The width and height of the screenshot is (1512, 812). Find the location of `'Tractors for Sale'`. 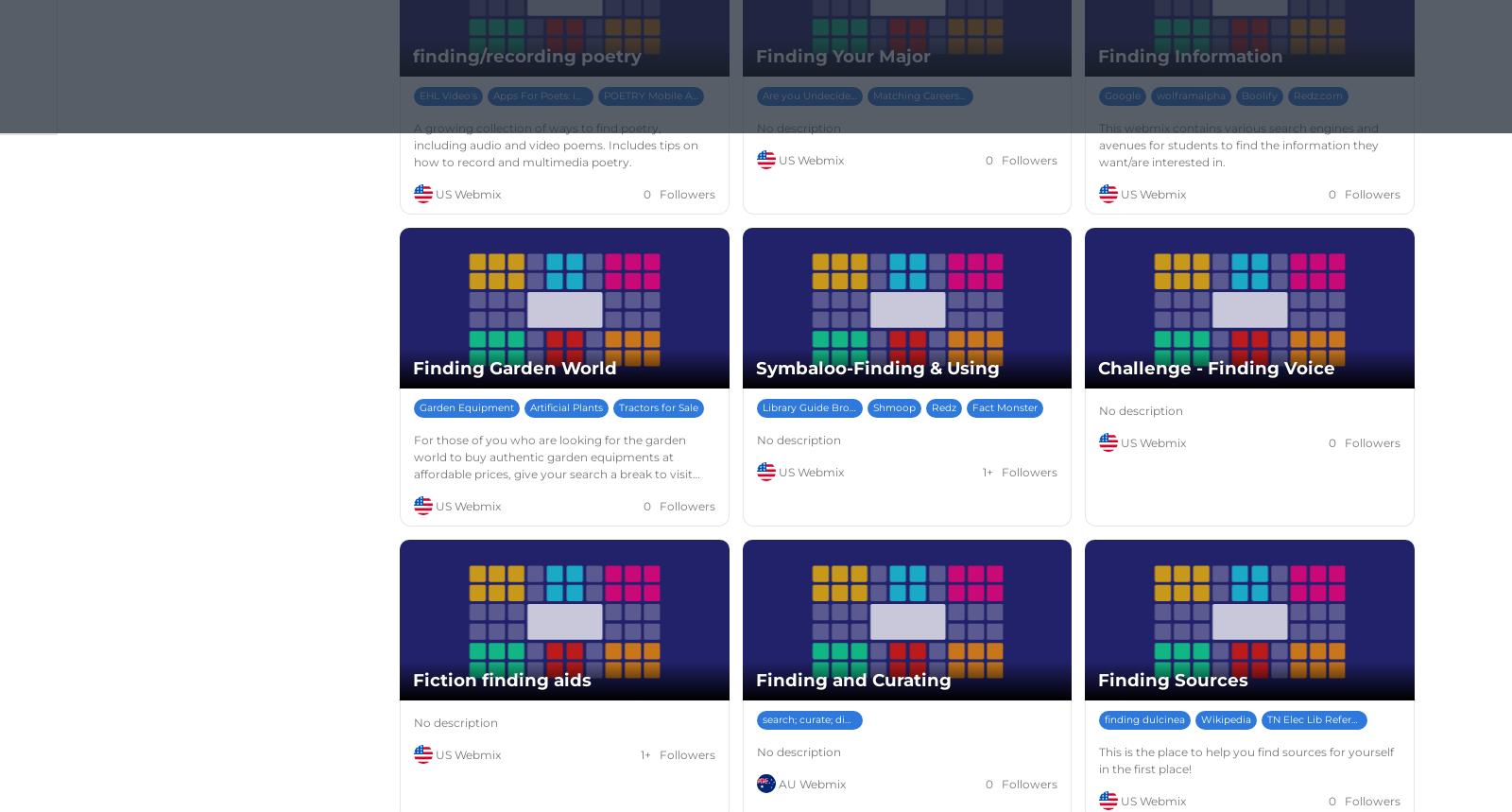

'Tractors for Sale' is located at coordinates (658, 406).